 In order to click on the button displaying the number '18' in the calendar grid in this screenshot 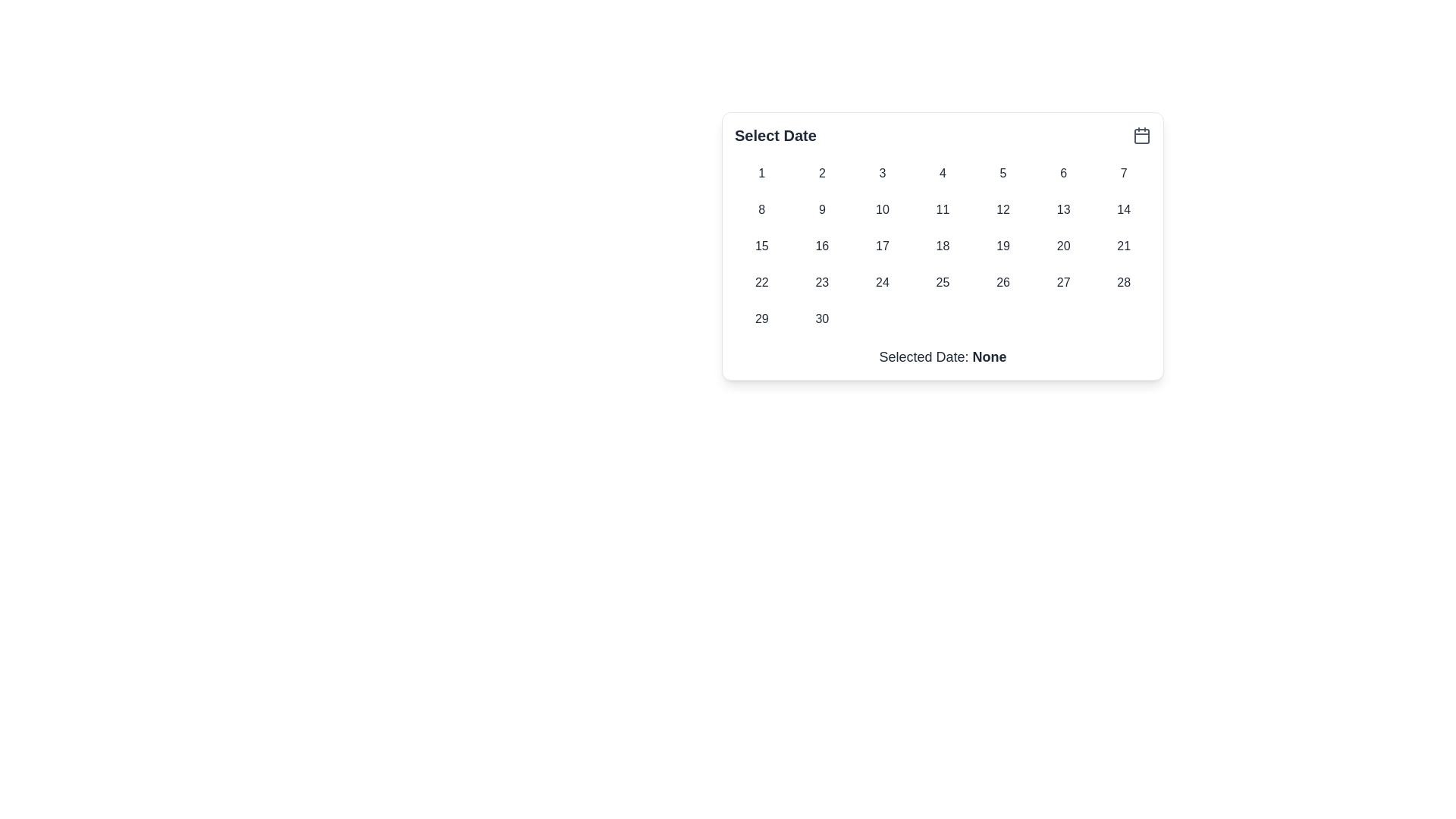, I will do `click(942, 245)`.